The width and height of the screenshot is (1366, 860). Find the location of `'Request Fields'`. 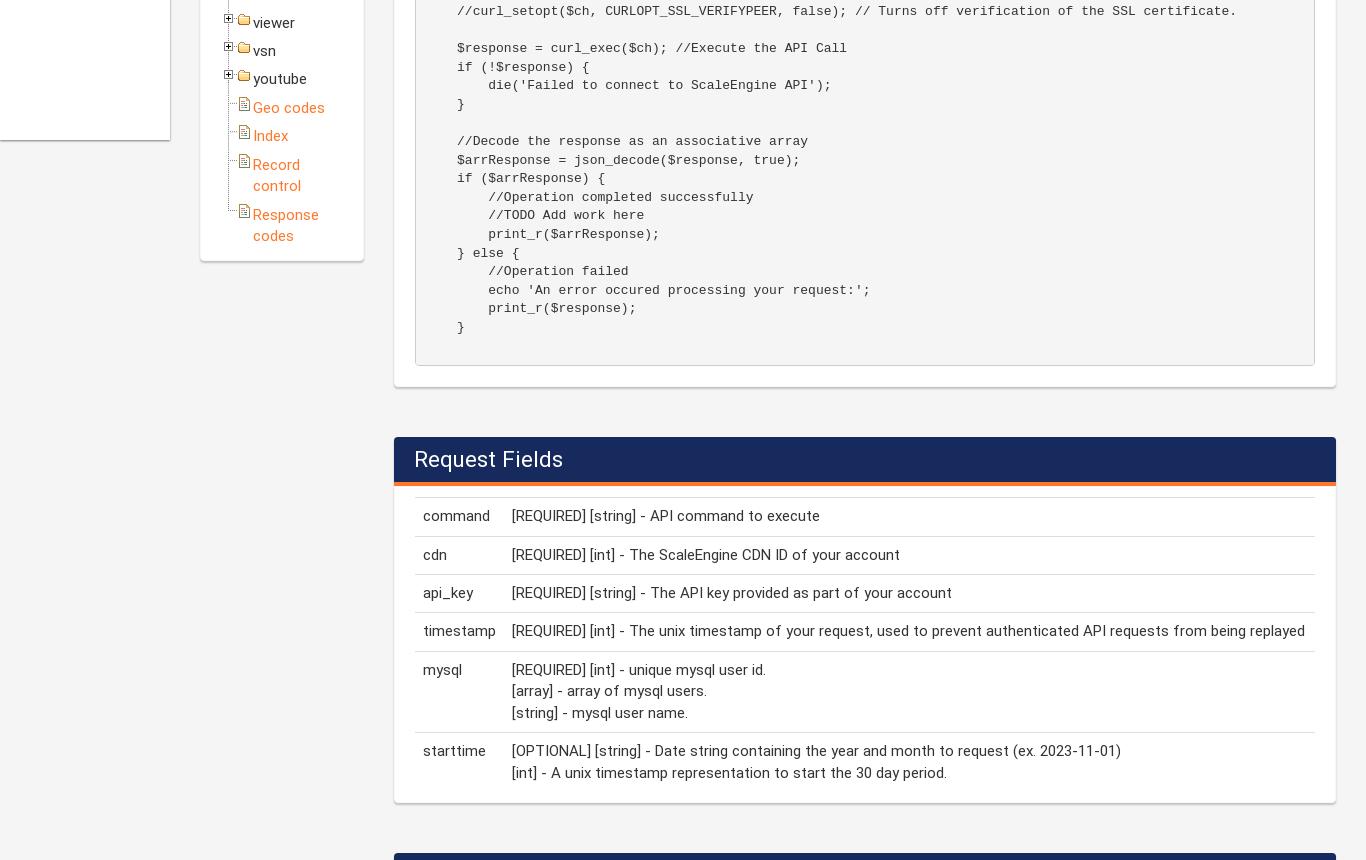

'Request Fields' is located at coordinates (488, 458).